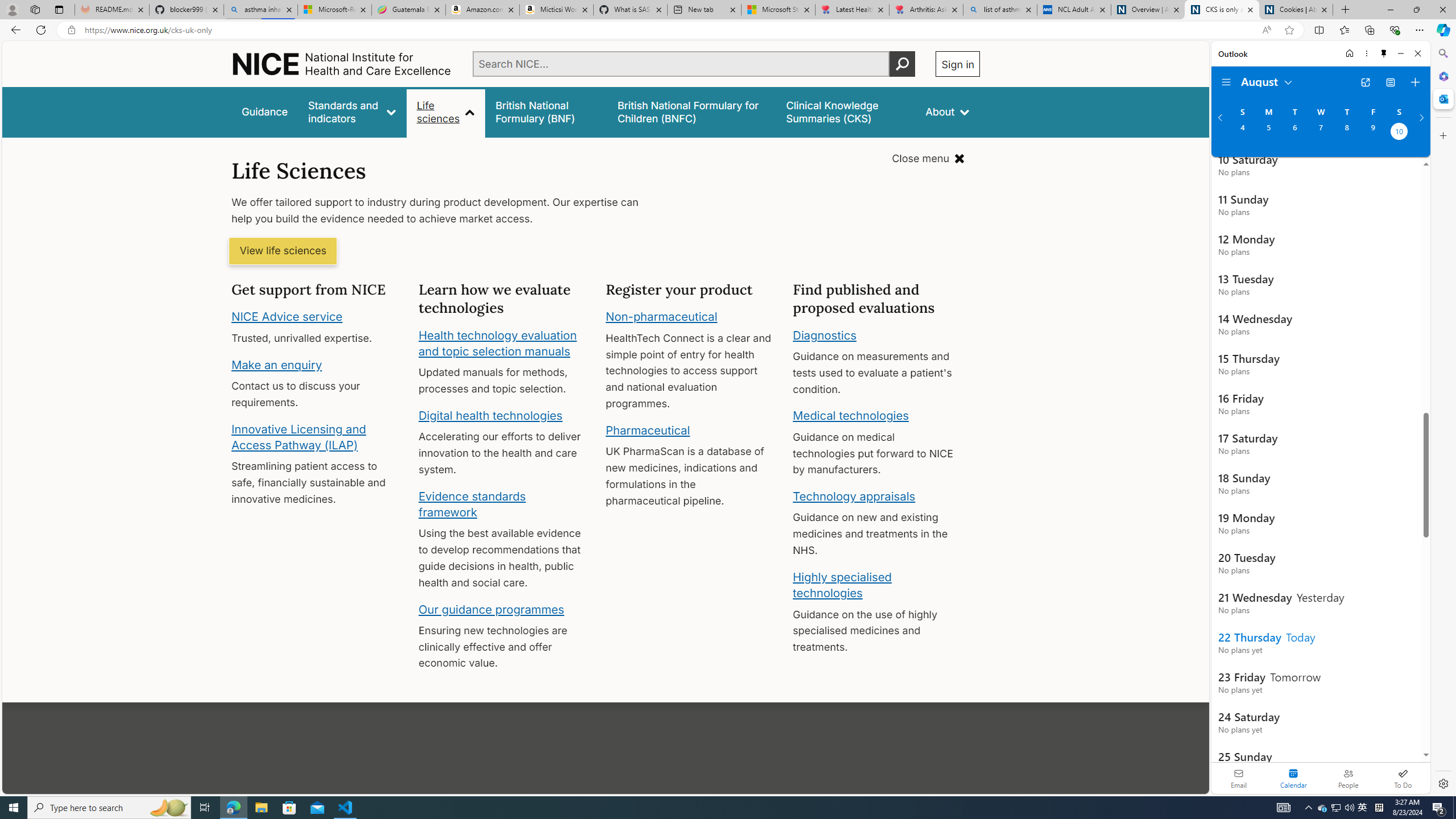 The width and height of the screenshot is (1456, 819). Describe the element at coordinates (299, 436) in the screenshot. I see `'Innovative Licensing and Access Pathway (ILAP)'` at that location.